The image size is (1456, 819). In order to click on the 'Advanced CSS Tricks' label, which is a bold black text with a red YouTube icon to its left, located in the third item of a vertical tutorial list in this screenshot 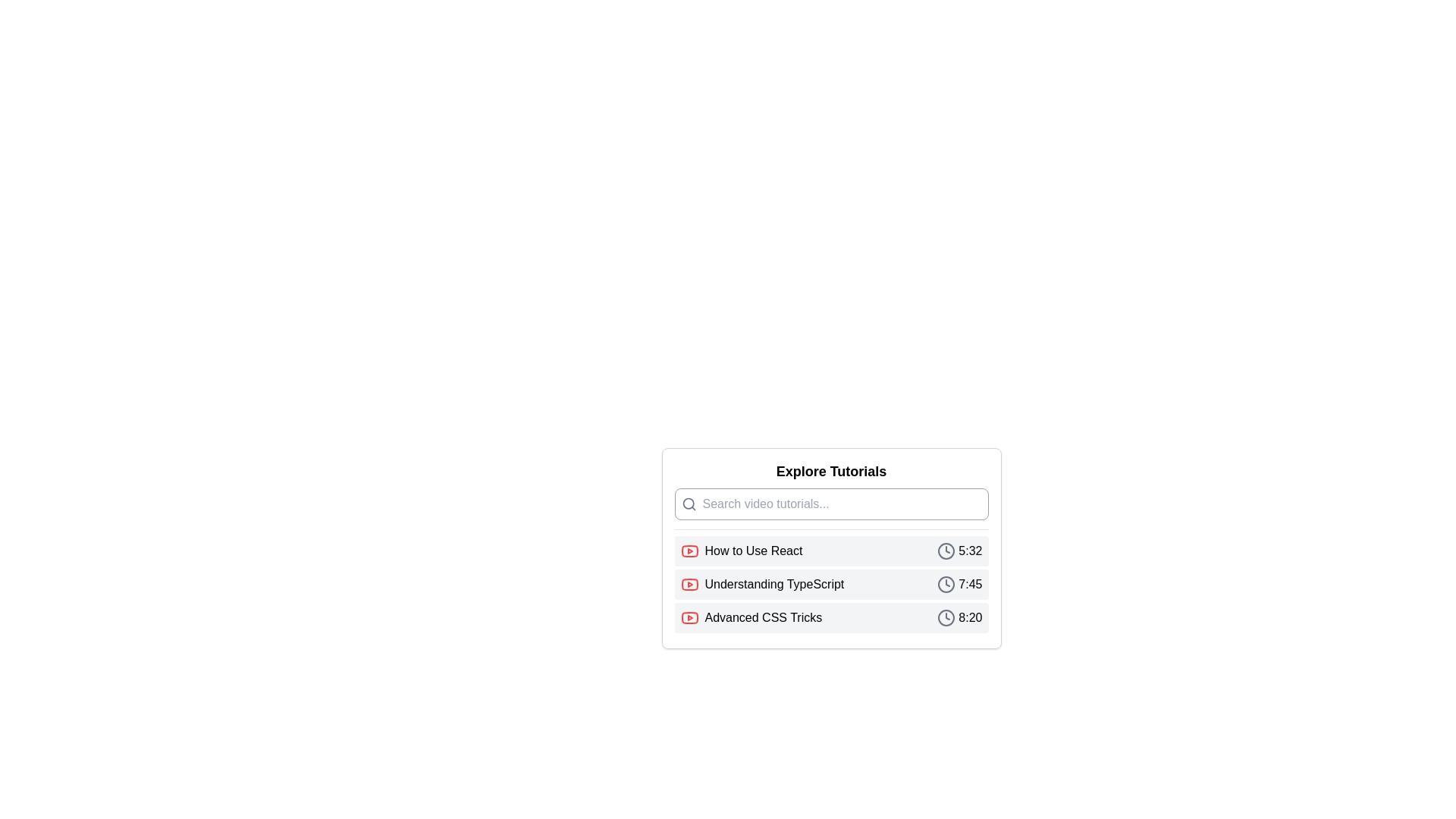, I will do `click(751, 617)`.